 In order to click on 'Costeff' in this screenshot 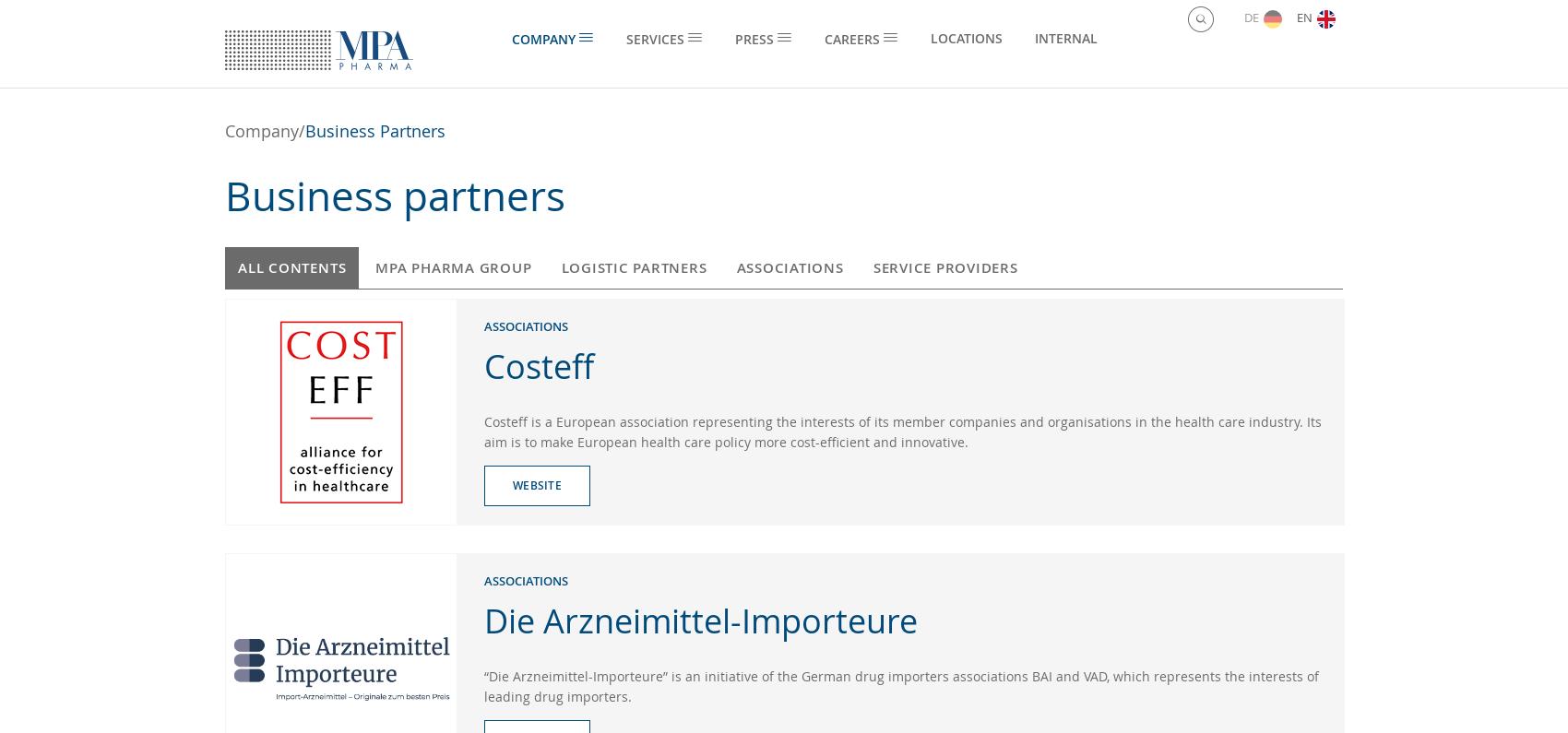, I will do `click(538, 363)`.